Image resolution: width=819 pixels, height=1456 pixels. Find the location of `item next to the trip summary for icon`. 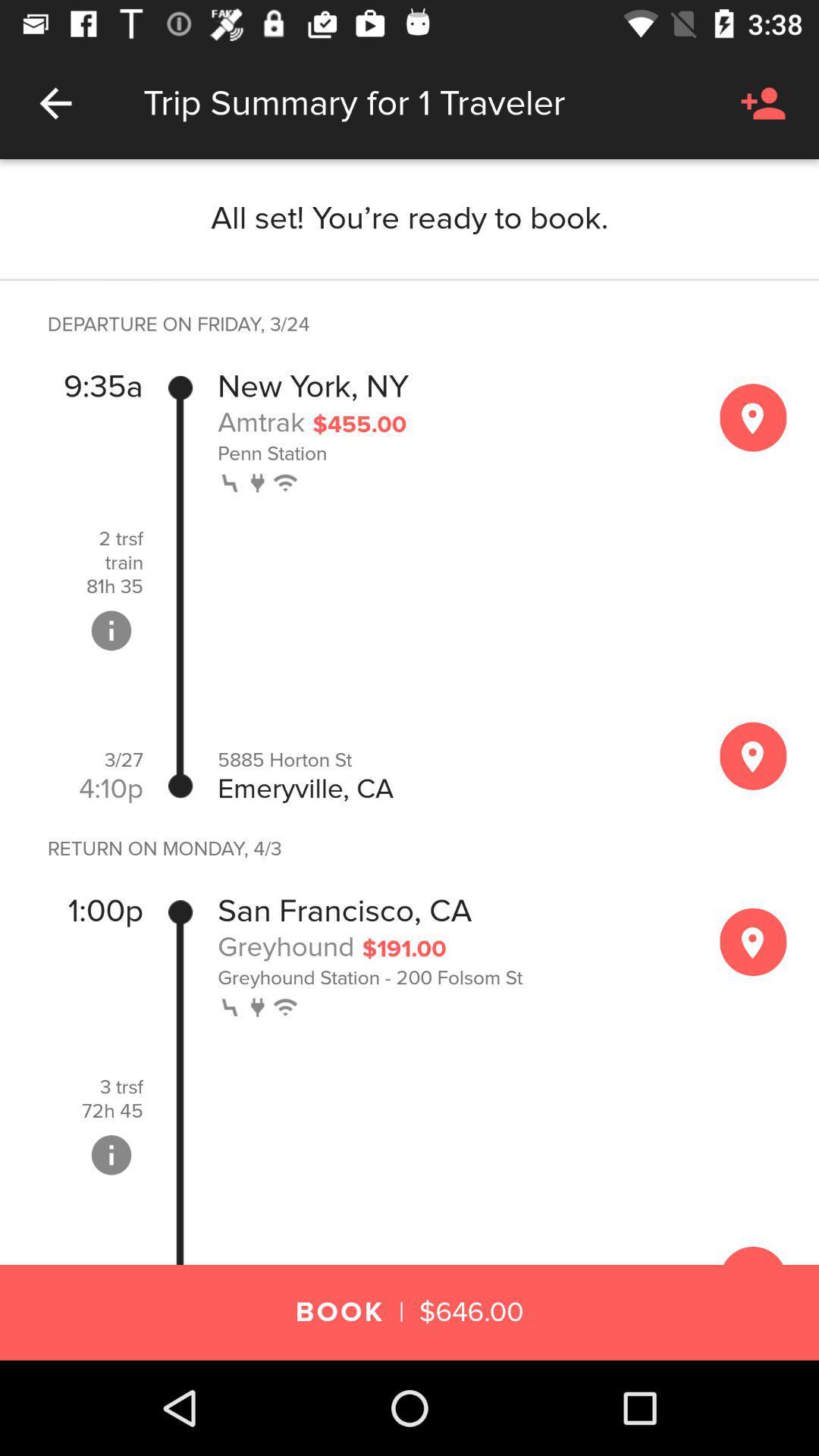

item next to the trip summary for icon is located at coordinates (55, 102).